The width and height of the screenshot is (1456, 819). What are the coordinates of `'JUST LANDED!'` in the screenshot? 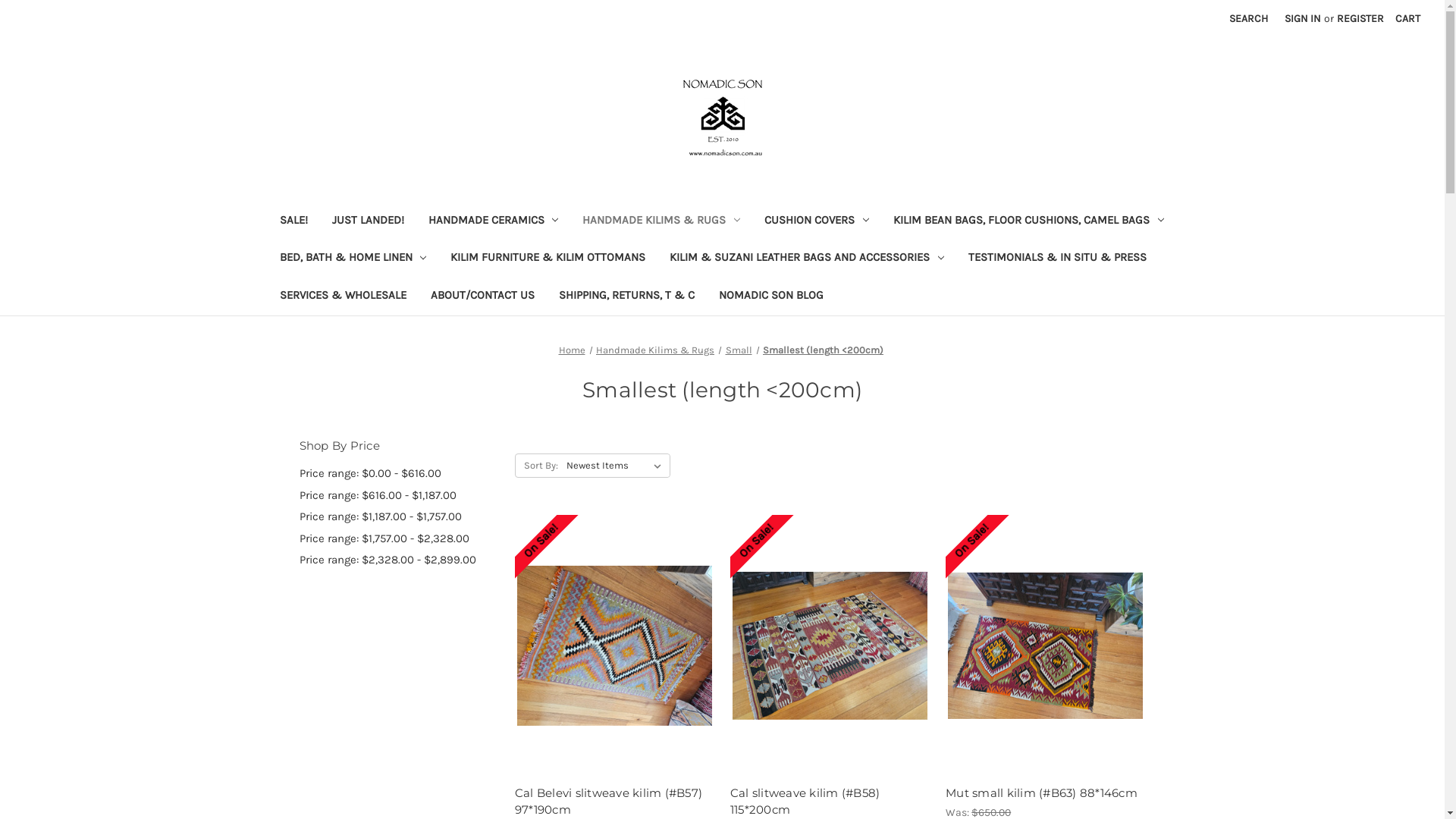 It's located at (368, 221).